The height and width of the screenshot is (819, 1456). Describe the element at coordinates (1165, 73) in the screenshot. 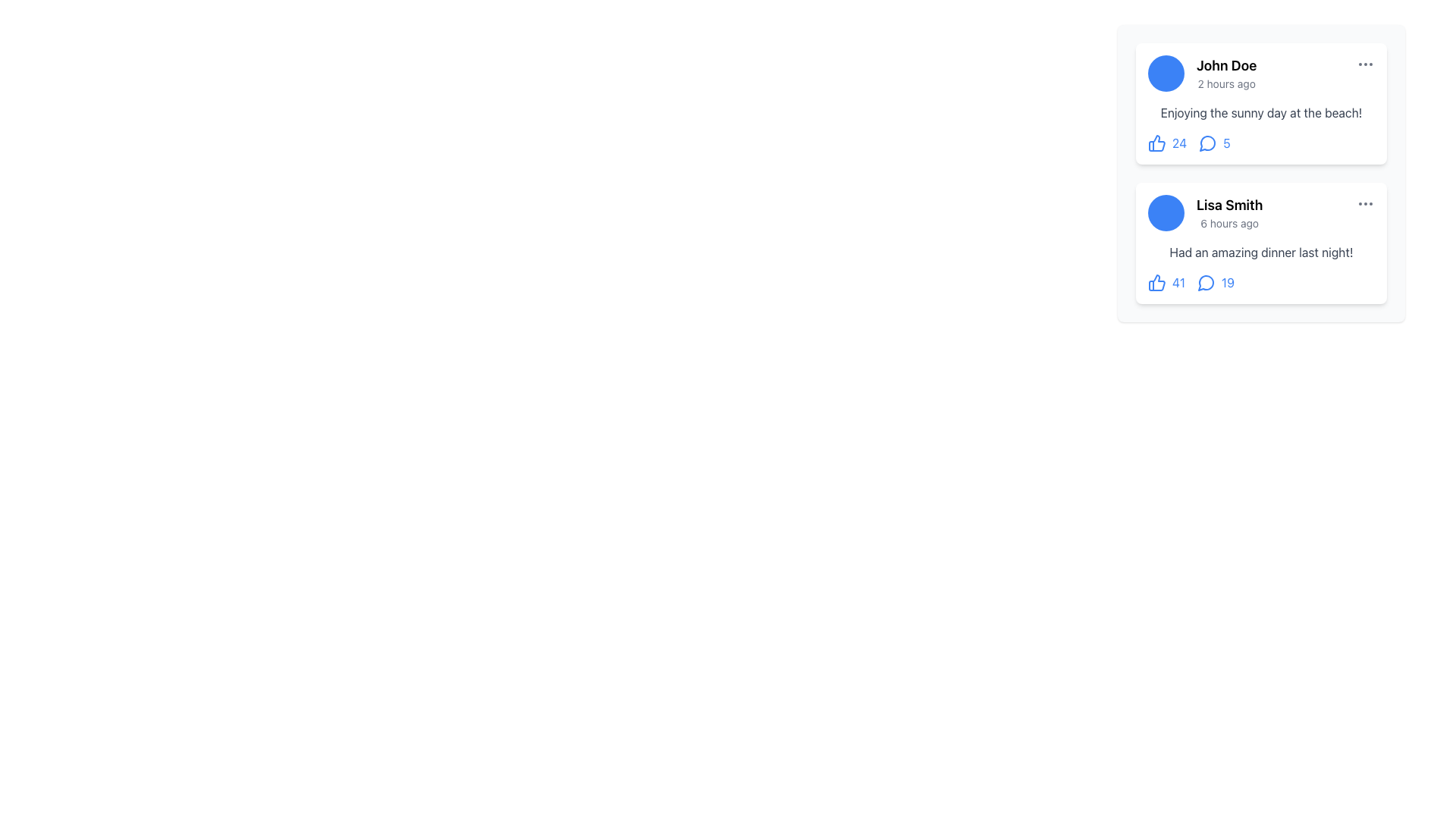

I see `the Avatar or Profile Picture representing the user 'John Doe' located on the left side of the post's metadata` at that location.